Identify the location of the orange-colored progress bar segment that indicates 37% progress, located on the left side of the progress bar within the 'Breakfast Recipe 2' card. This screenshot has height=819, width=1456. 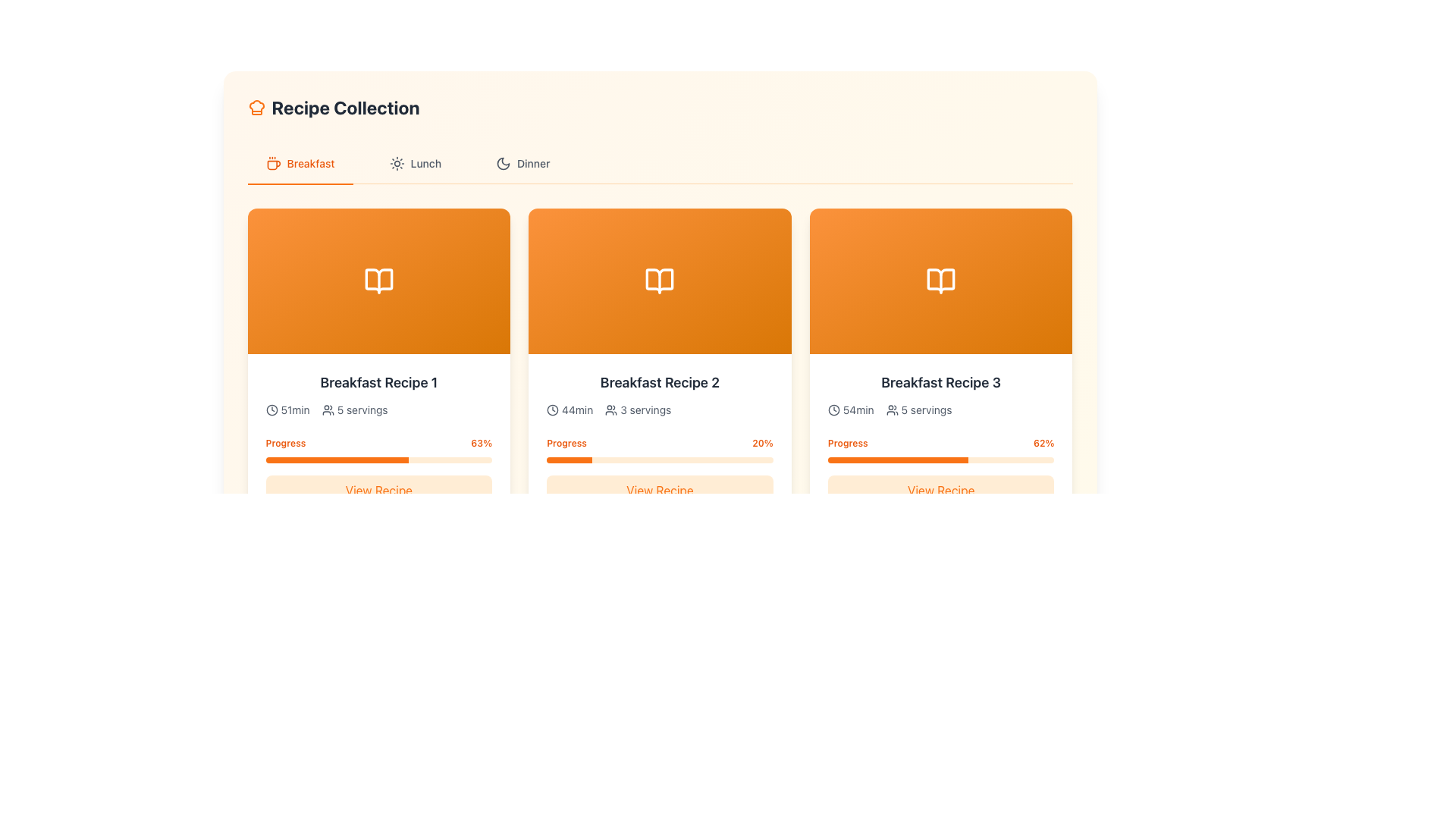
(306, 792).